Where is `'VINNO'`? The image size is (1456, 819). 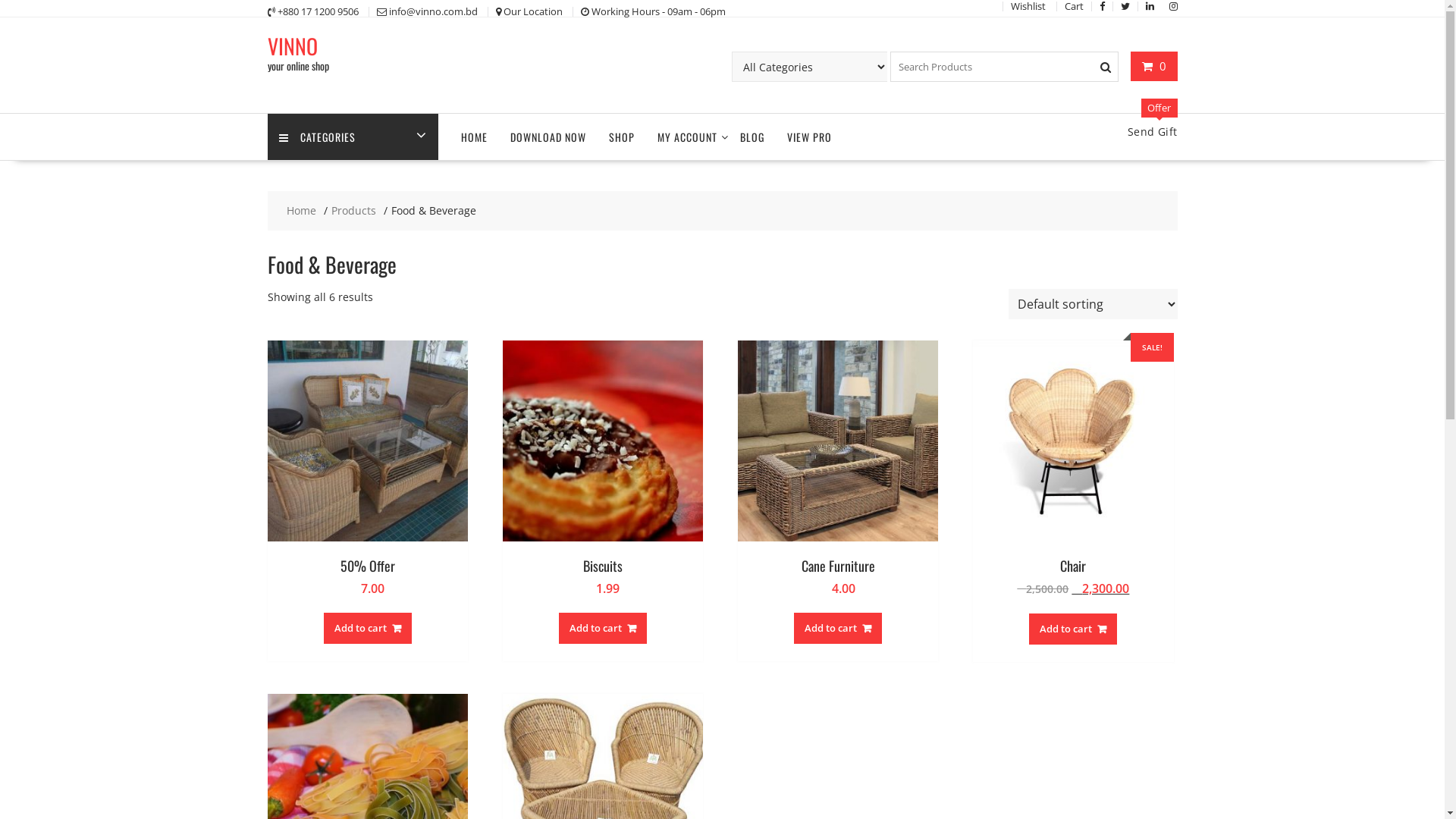 'VINNO' is located at coordinates (291, 45).